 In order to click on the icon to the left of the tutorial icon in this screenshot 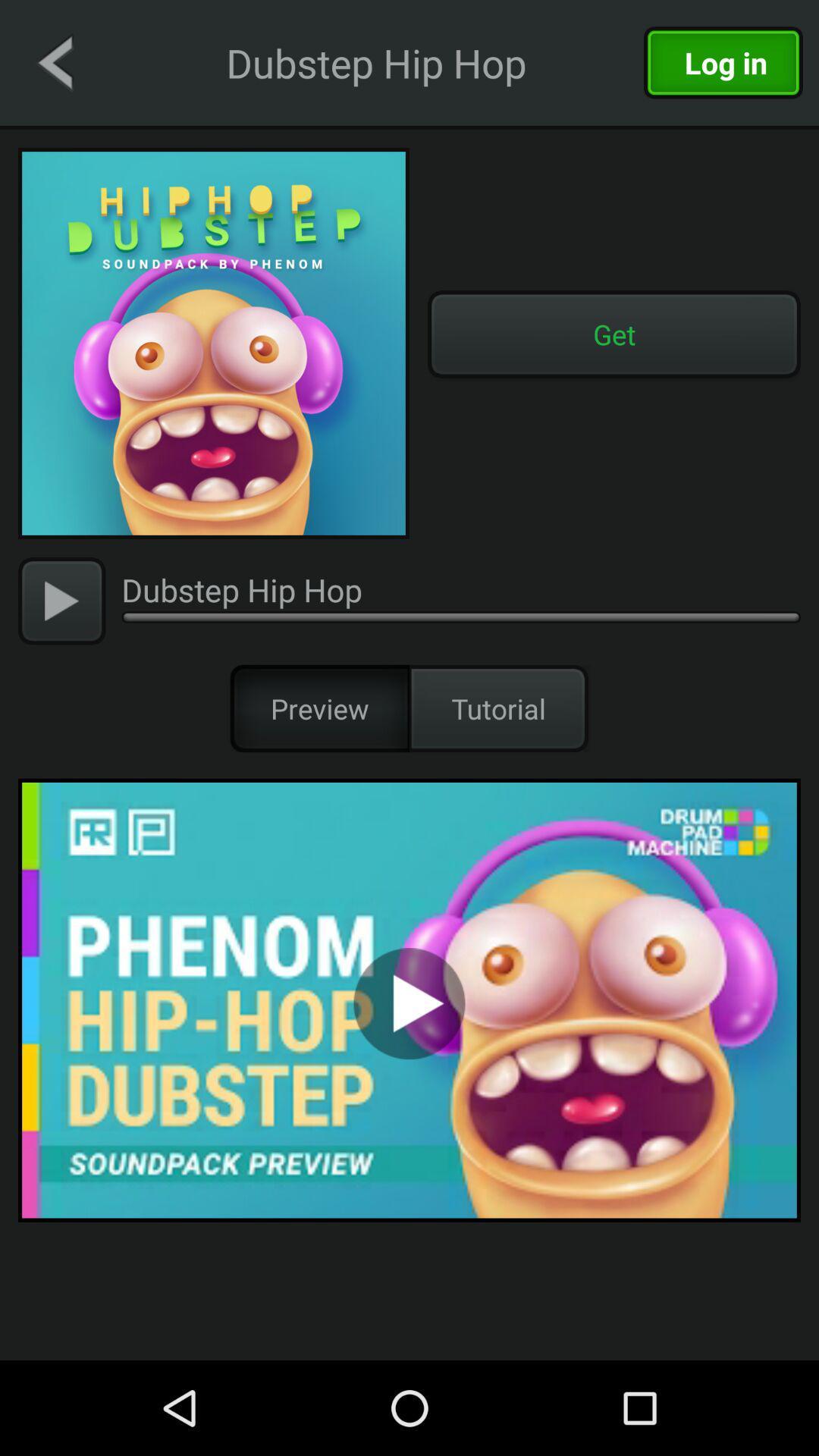, I will do `click(318, 708)`.